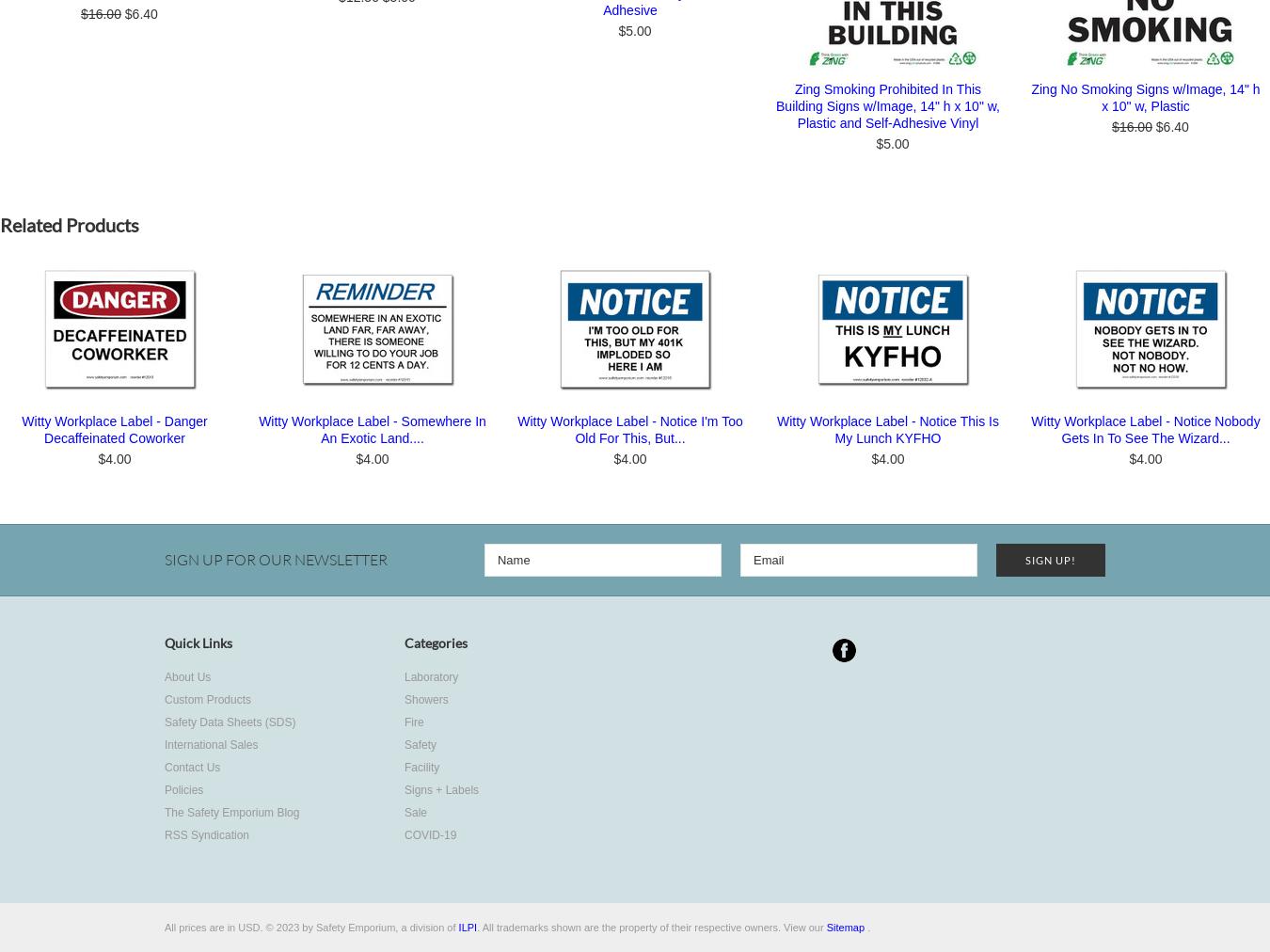  Describe the element at coordinates (629, 430) in the screenshot. I see `'Witty Workplace Label - Notice I'm Too Old For This, But...'` at that location.